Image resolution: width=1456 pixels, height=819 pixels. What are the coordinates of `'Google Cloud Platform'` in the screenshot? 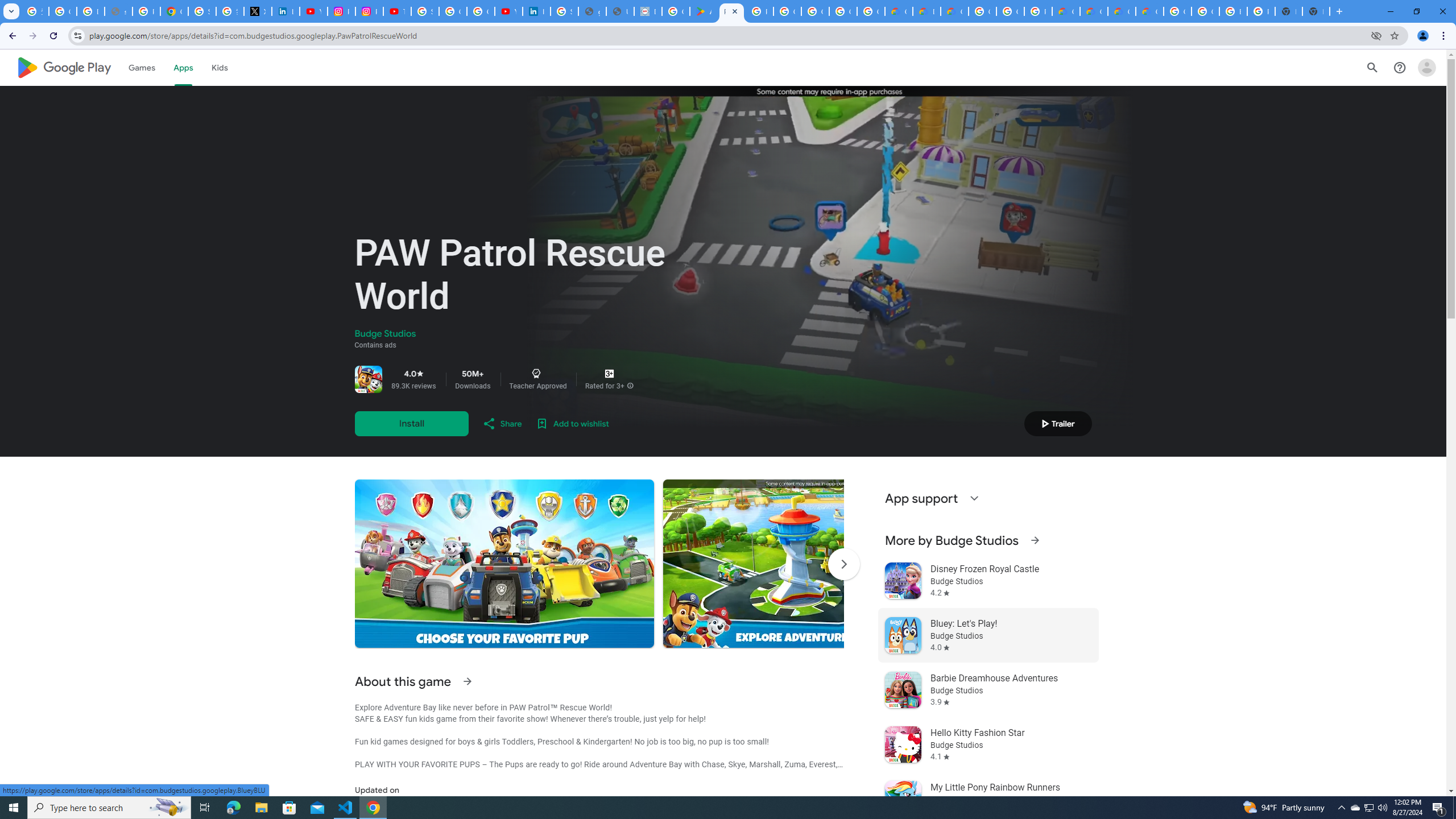 It's located at (1205, 11).